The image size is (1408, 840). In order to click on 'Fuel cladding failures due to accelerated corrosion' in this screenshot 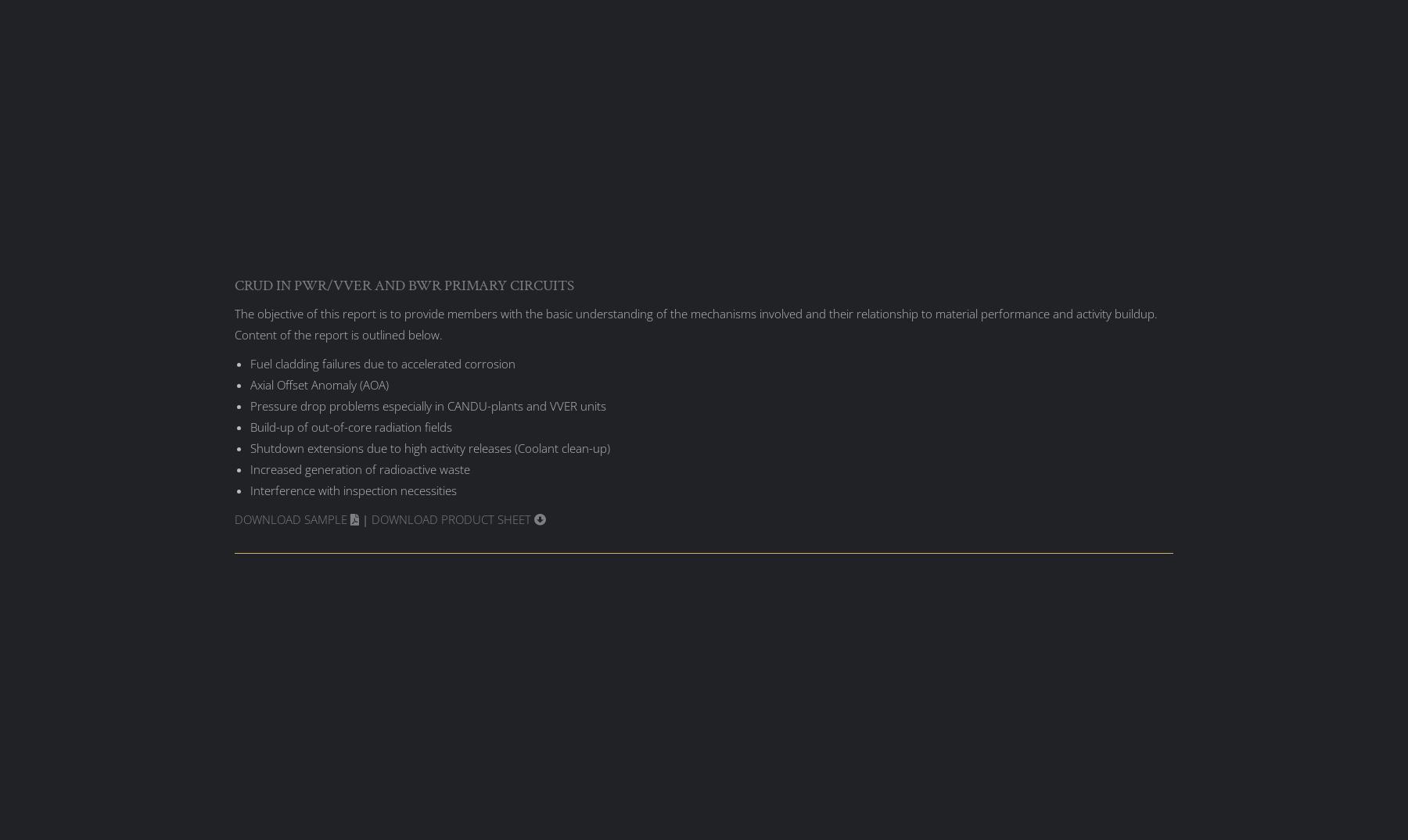, I will do `click(382, 361)`.